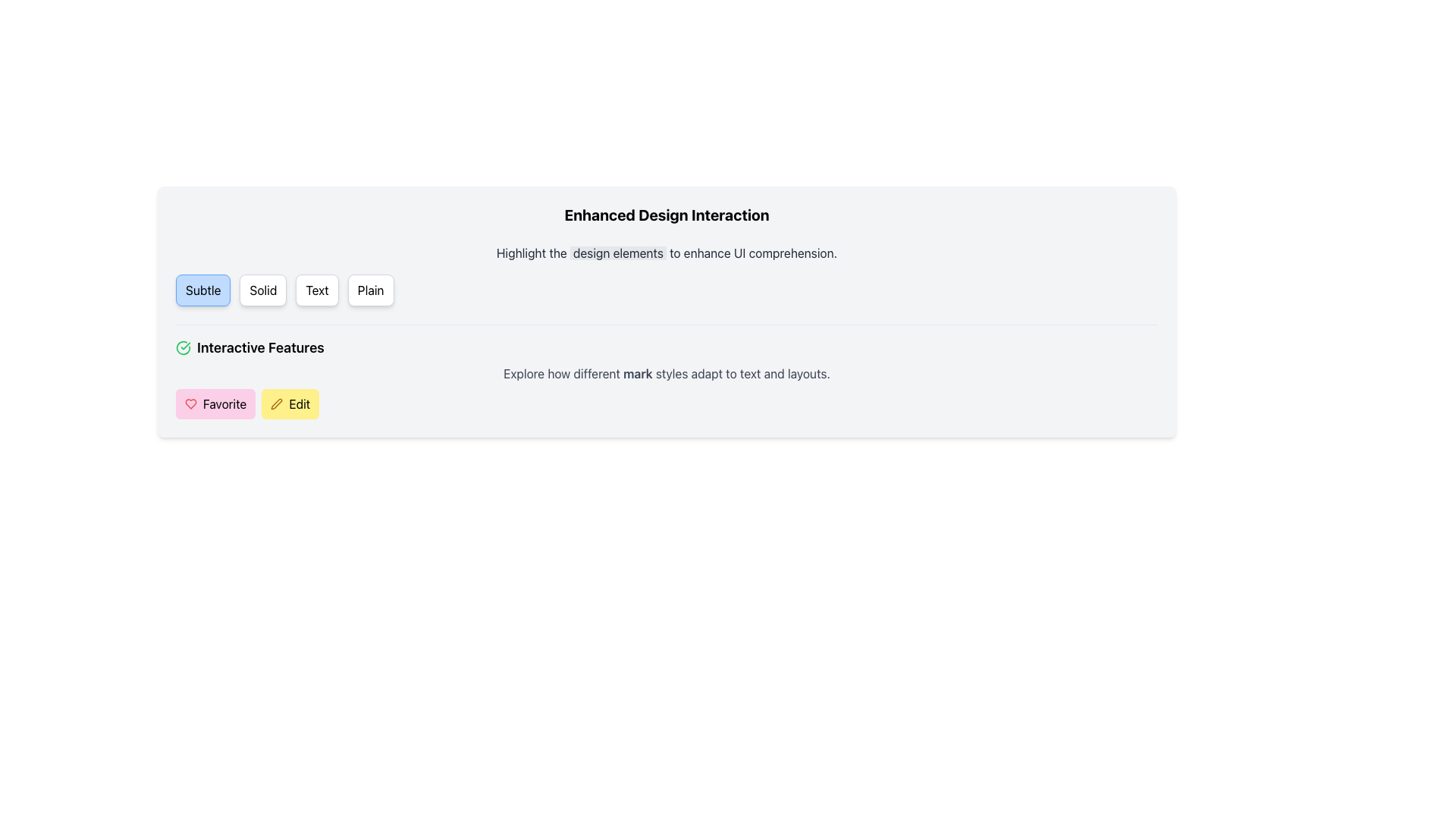 The image size is (1456, 819). I want to click on the pen icon representing the 'Edit' button, which is positioned to the left of the 'Edit' text, so click(277, 403).